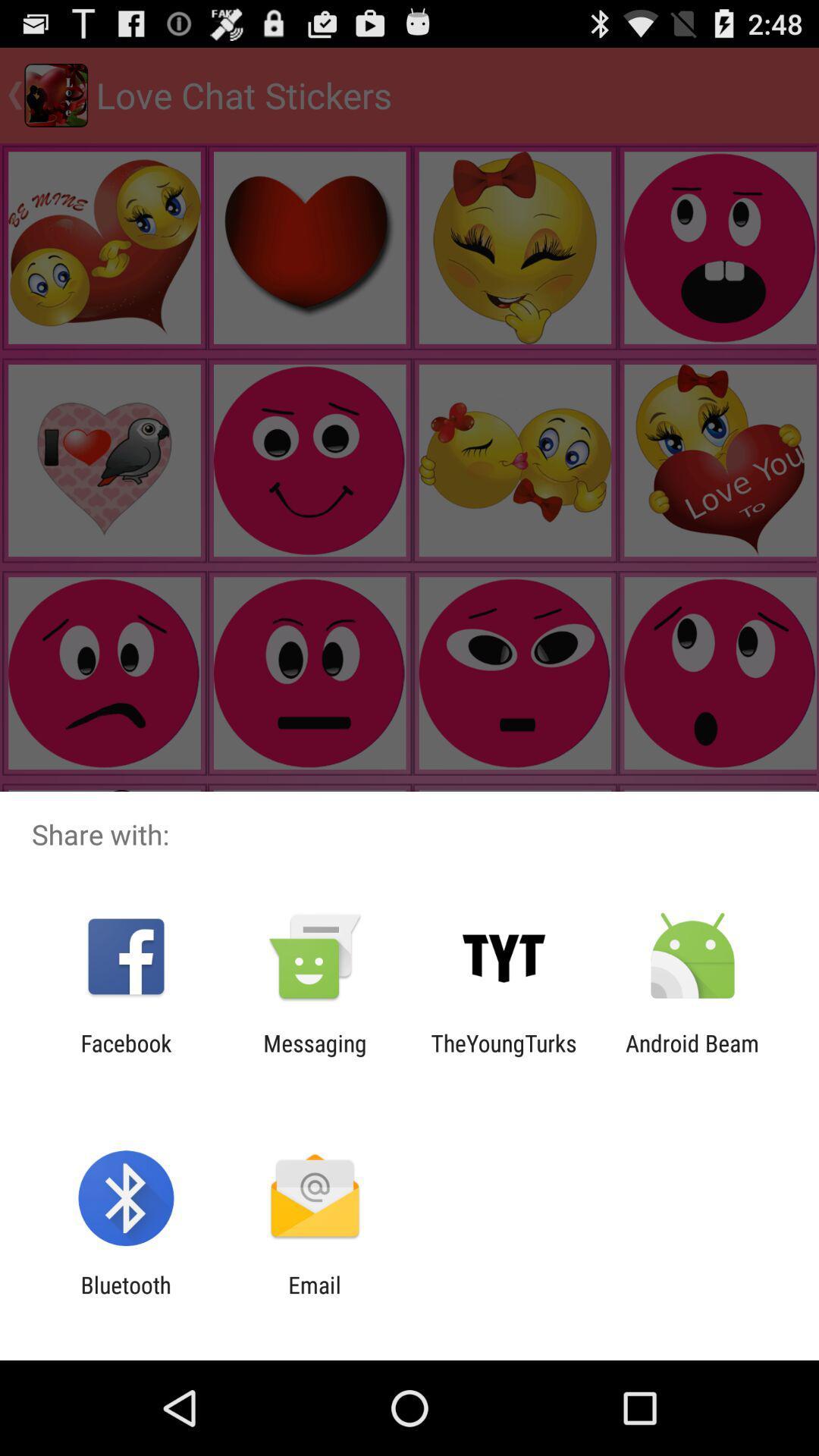 This screenshot has width=819, height=1456. What do you see at coordinates (692, 1056) in the screenshot?
I see `icon next to the theyoungturks item` at bounding box center [692, 1056].